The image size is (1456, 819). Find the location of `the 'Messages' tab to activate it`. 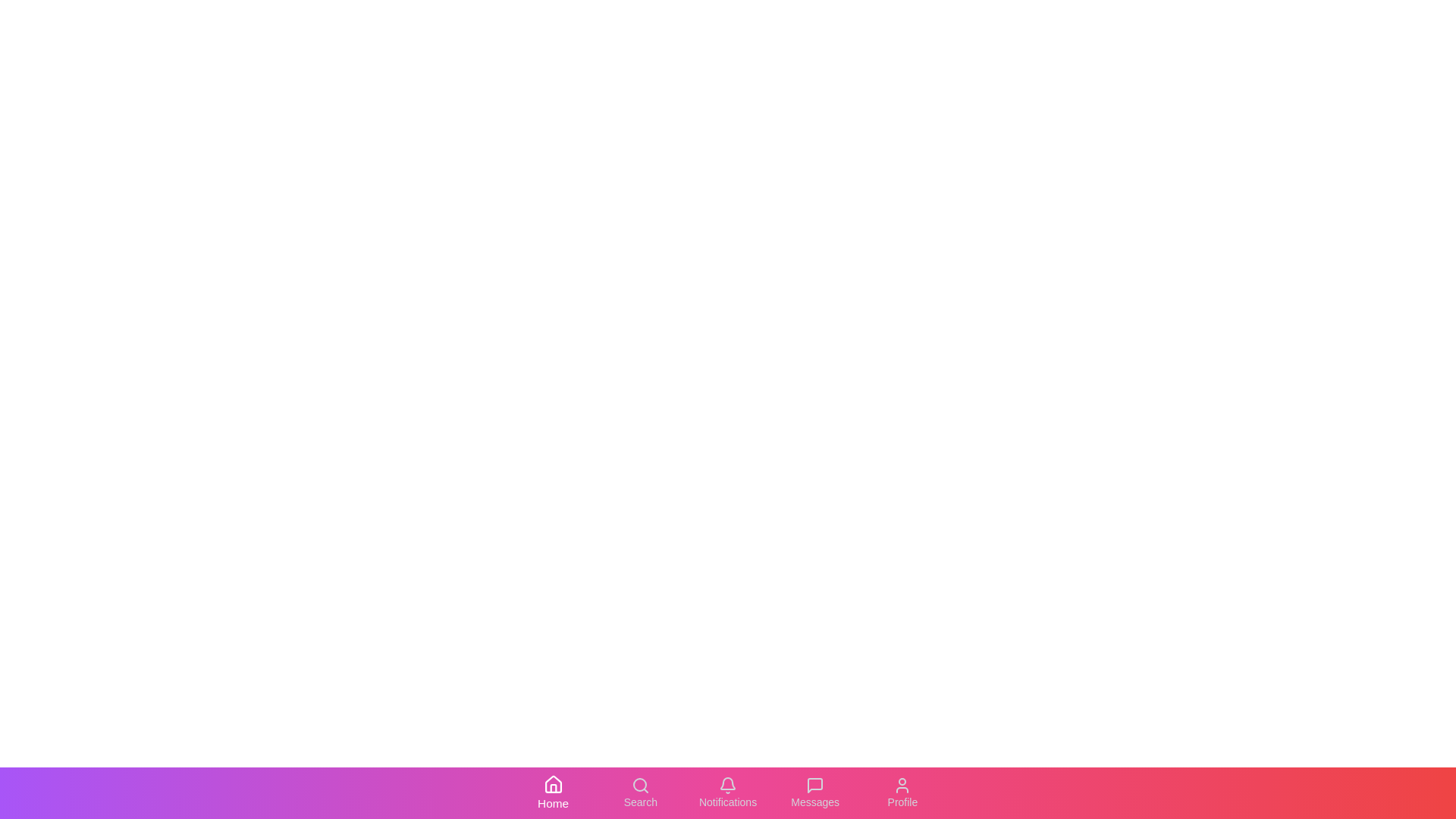

the 'Messages' tab to activate it is located at coordinates (814, 792).